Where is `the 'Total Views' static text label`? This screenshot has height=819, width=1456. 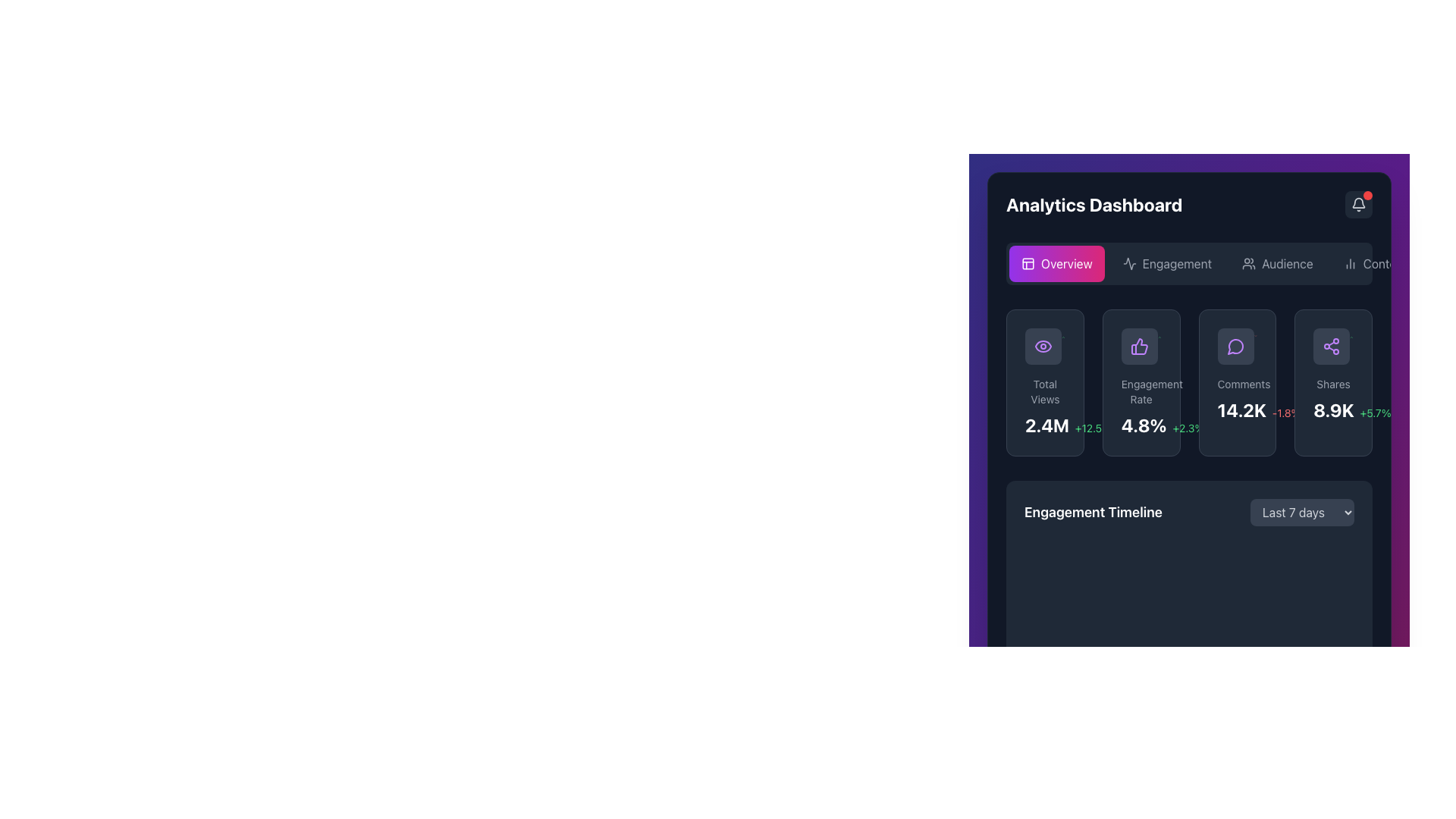 the 'Total Views' static text label is located at coordinates (1044, 391).